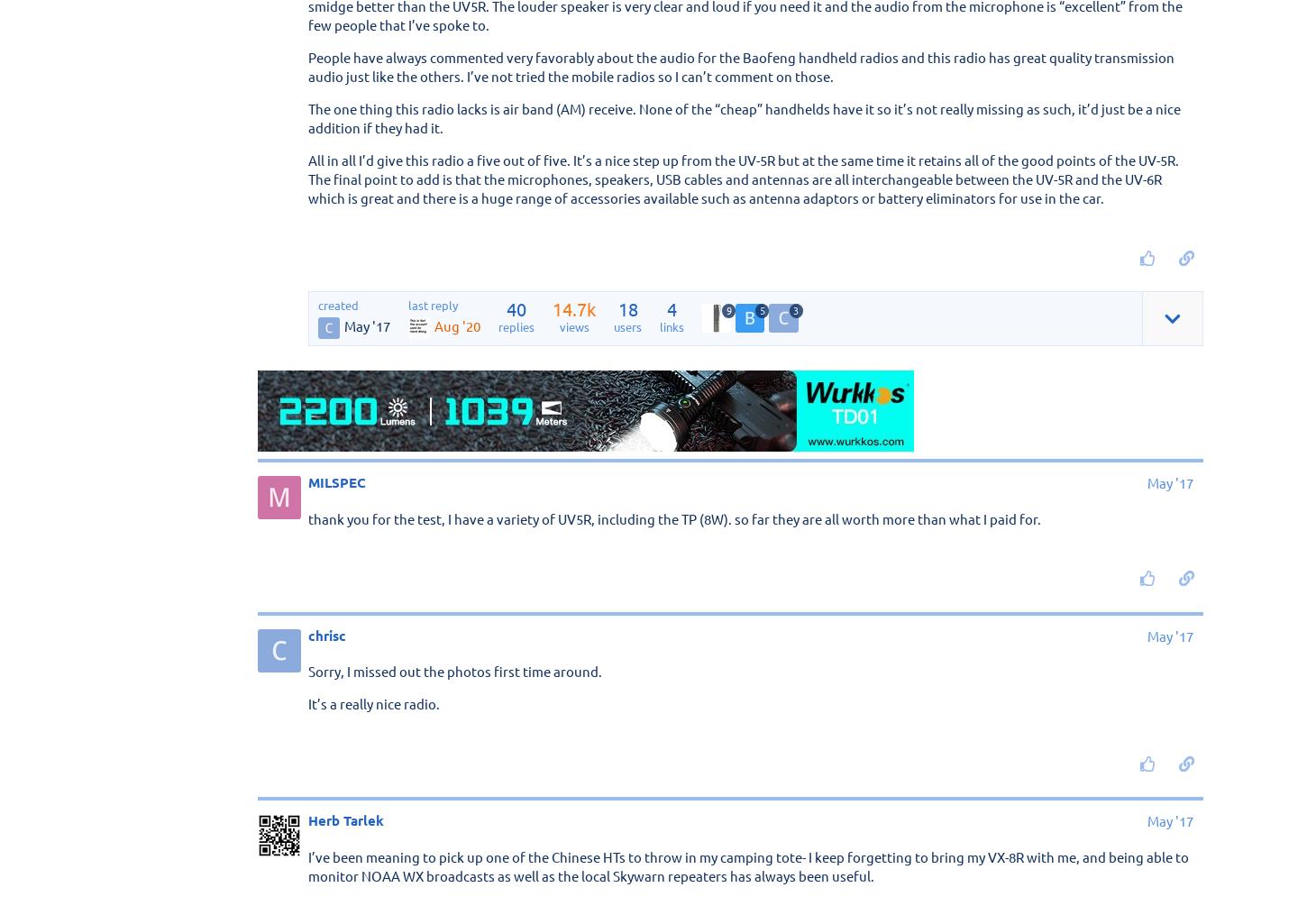  What do you see at coordinates (308, 819) in the screenshot?
I see `'Herb Tarlek'` at bounding box center [308, 819].